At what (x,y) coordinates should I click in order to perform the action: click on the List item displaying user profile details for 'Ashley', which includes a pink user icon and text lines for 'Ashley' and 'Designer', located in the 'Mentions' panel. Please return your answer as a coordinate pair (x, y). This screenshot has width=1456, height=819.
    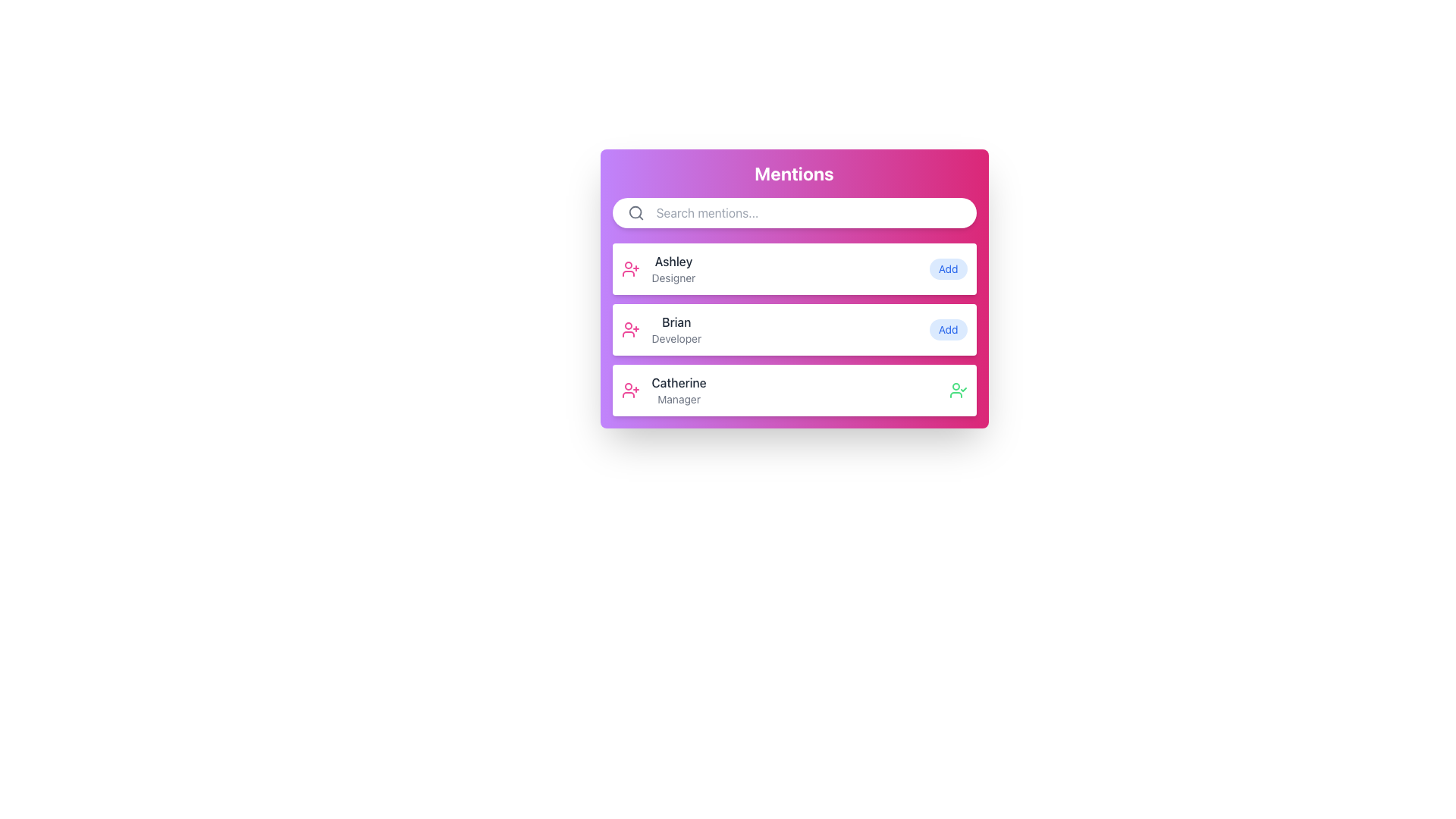
    Looking at the image, I should click on (658, 268).